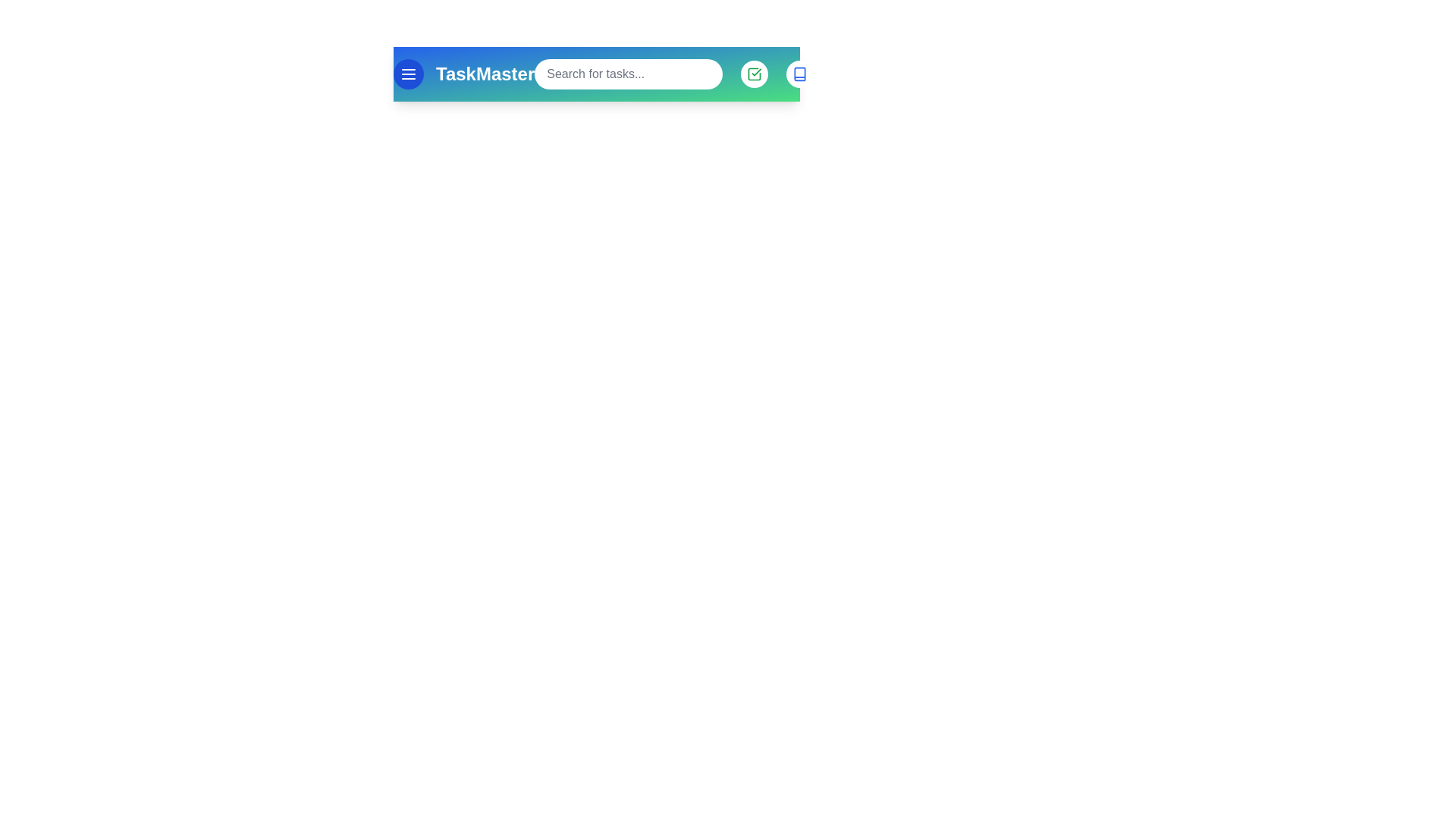 This screenshot has height=819, width=1456. I want to click on the task completion button to mark tasks as completed, so click(754, 74).